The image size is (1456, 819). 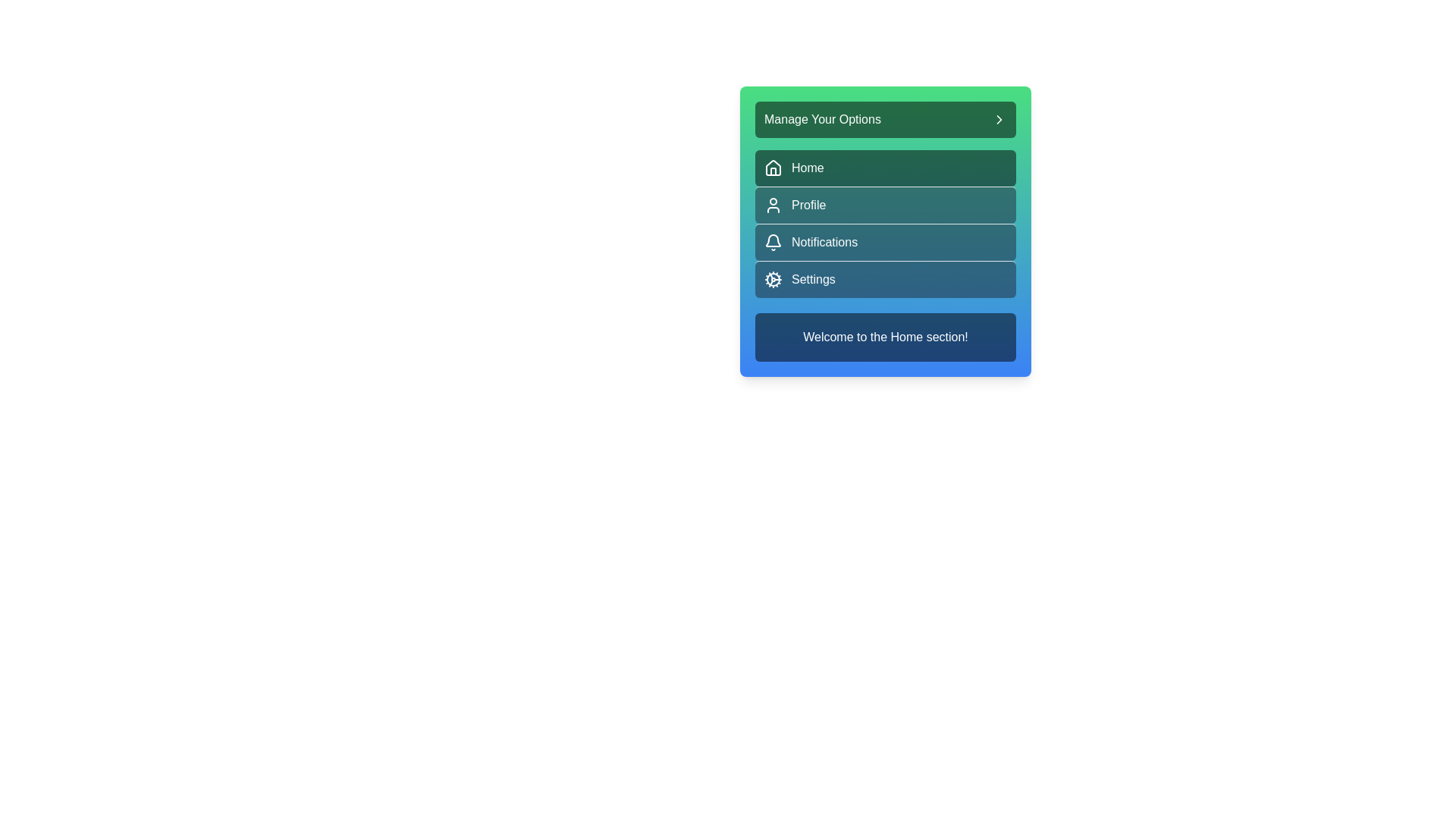 I want to click on the 'Home' icon located in the first row of the vertical menu, positioned to the left of the button labeled 'Home' as a visual cue, so click(x=773, y=168).